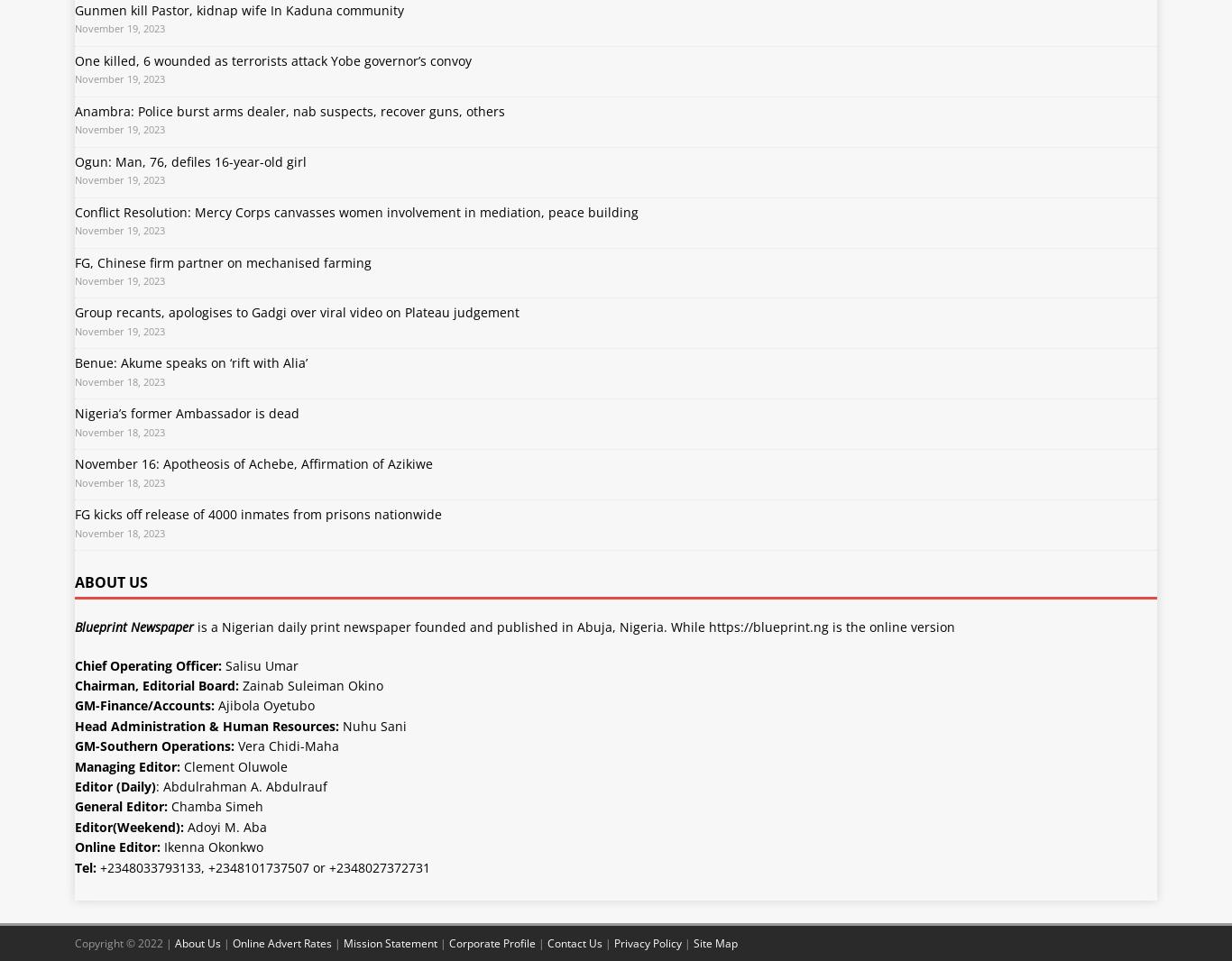  What do you see at coordinates (715, 942) in the screenshot?
I see `'Site Map'` at bounding box center [715, 942].